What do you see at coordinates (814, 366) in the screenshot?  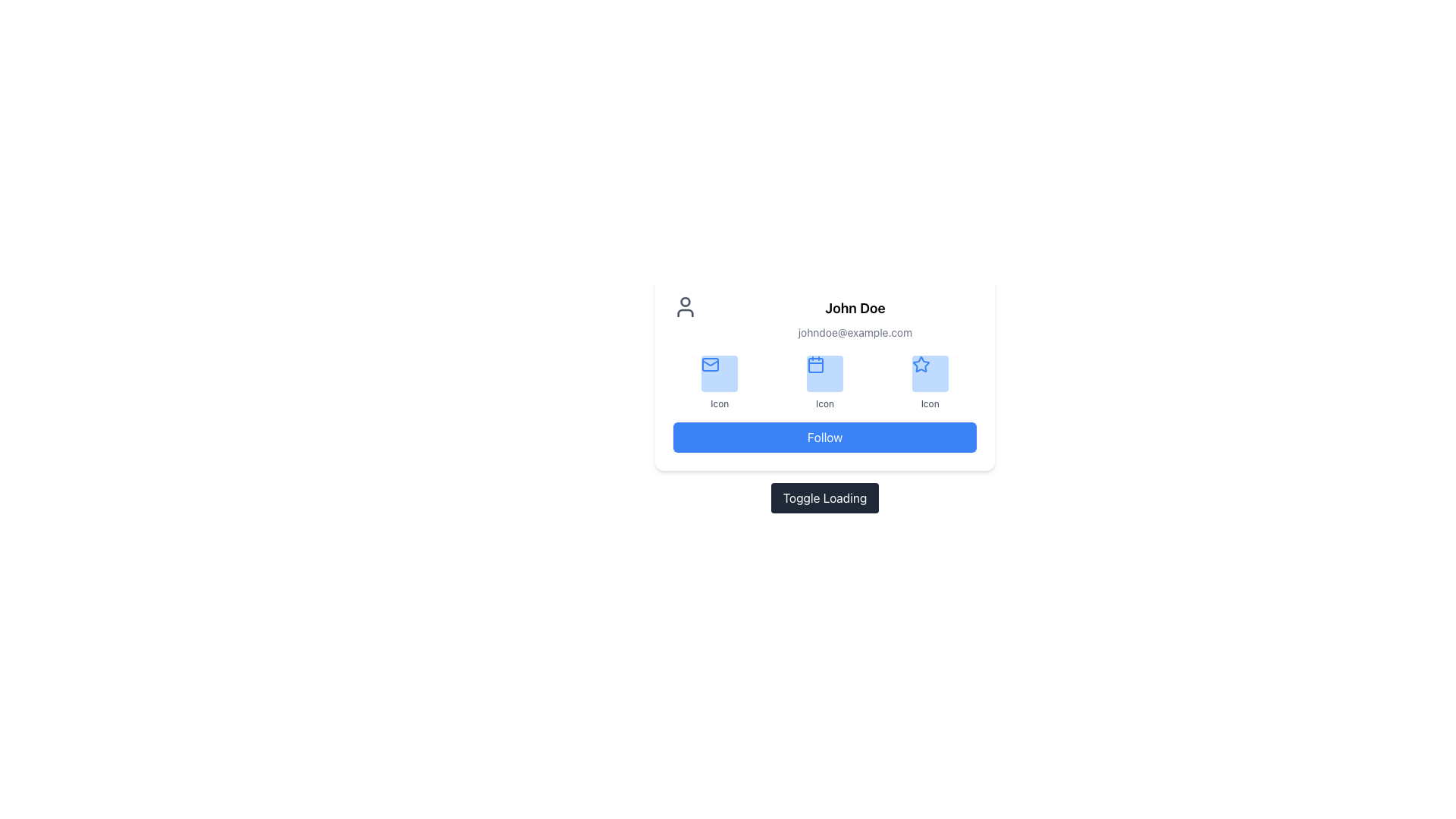 I see `the second calendar icon with a light blue background located in the center section of the interface to interact with it` at bounding box center [814, 366].